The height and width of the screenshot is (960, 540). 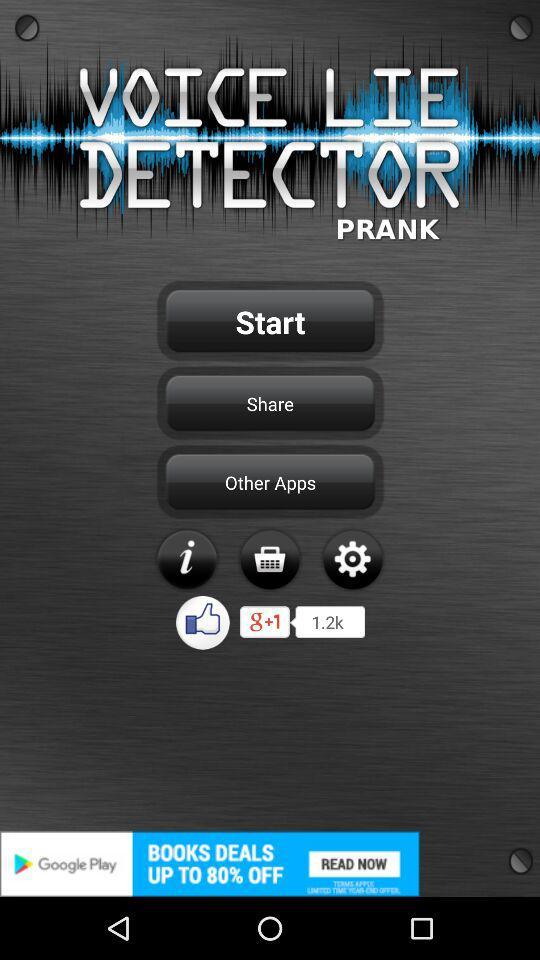 What do you see at coordinates (202, 621) in the screenshot?
I see `like with facebook` at bounding box center [202, 621].